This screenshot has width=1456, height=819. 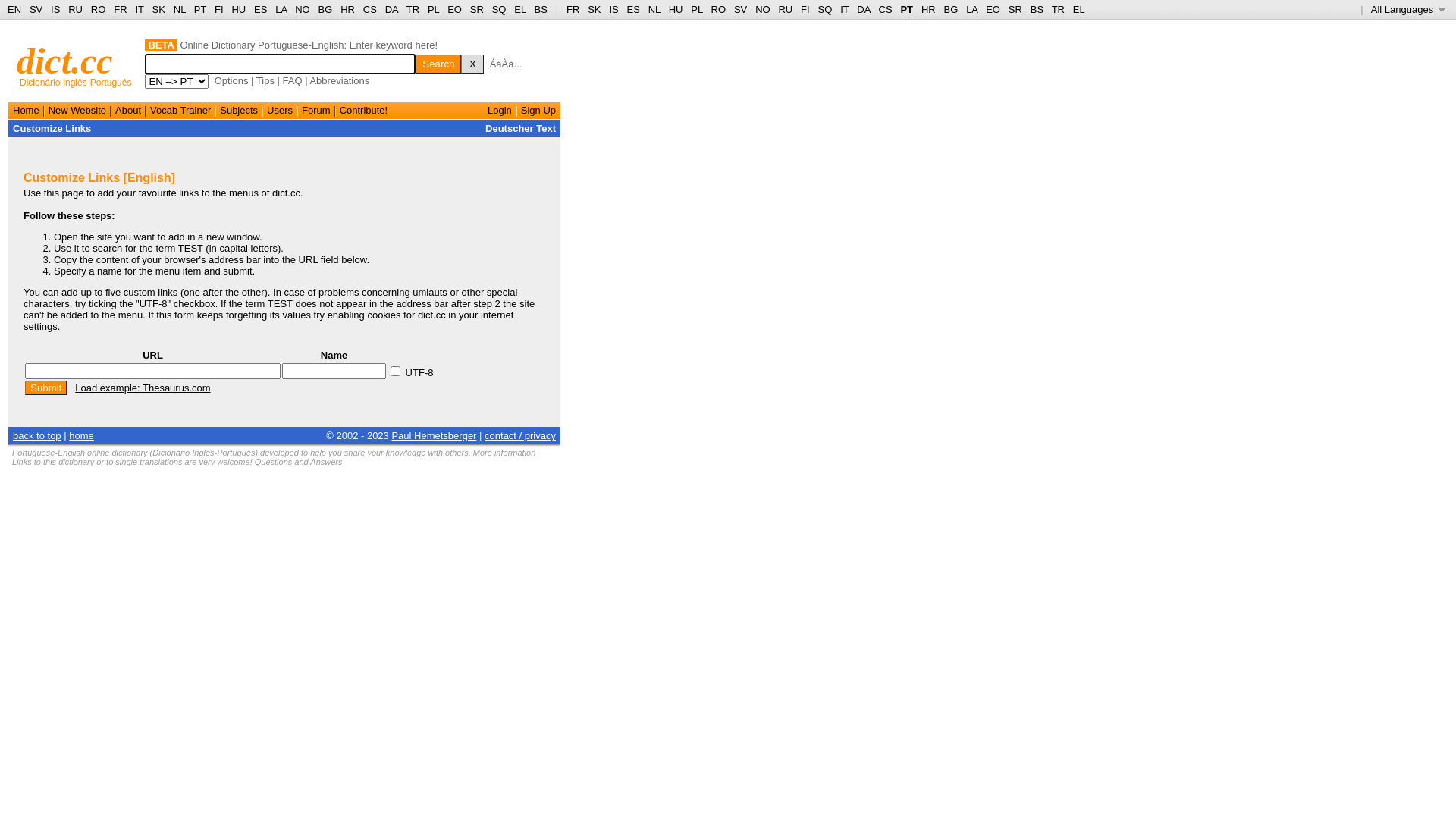 What do you see at coordinates (142, 387) in the screenshot?
I see `'Load example: Thesaurus.com'` at bounding box center [142, 387].